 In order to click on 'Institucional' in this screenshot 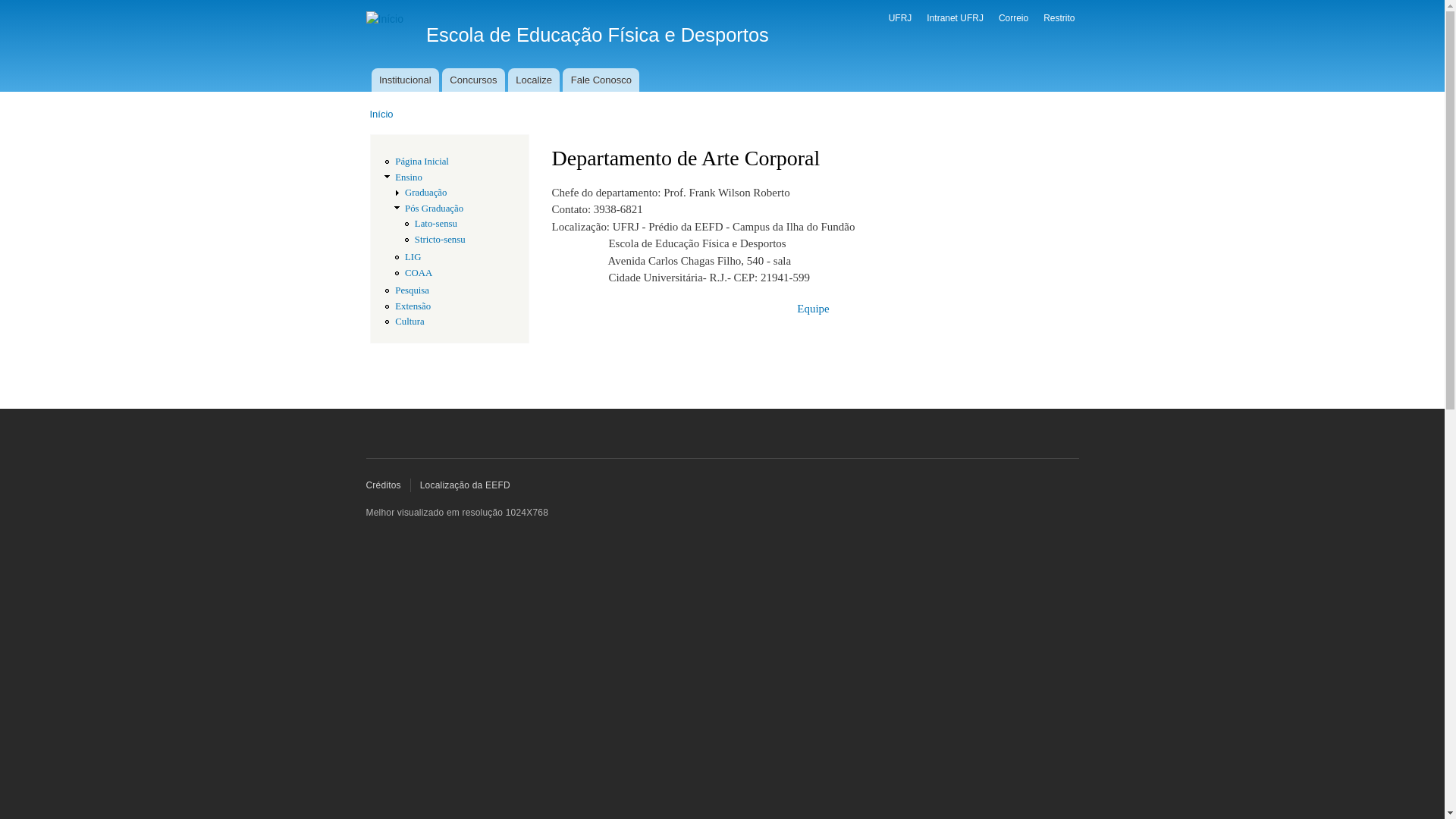, I will do `click(405, 80)`.